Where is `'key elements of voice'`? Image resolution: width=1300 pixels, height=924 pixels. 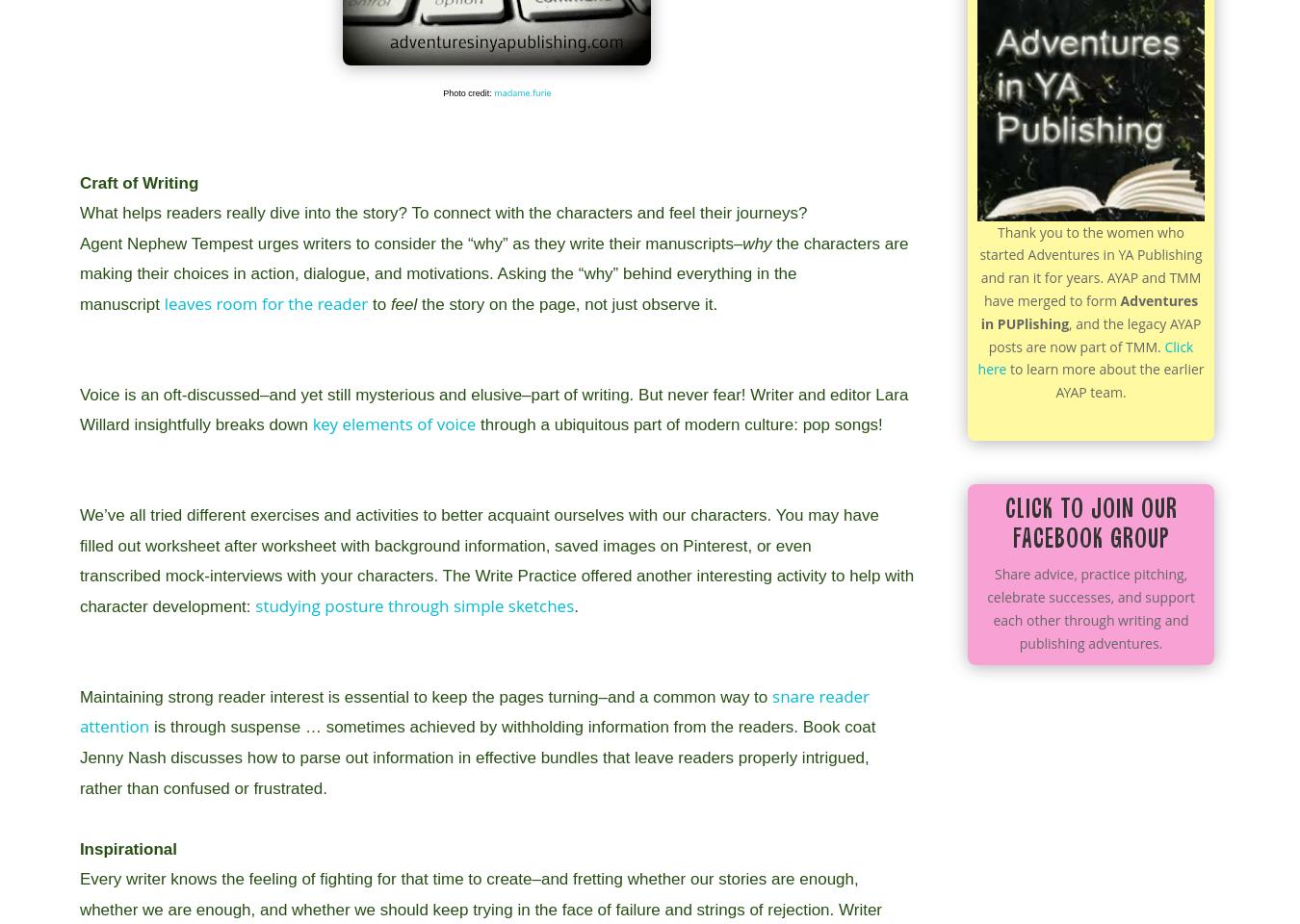 'key elements of voice' is located at coordinates (394, 423).